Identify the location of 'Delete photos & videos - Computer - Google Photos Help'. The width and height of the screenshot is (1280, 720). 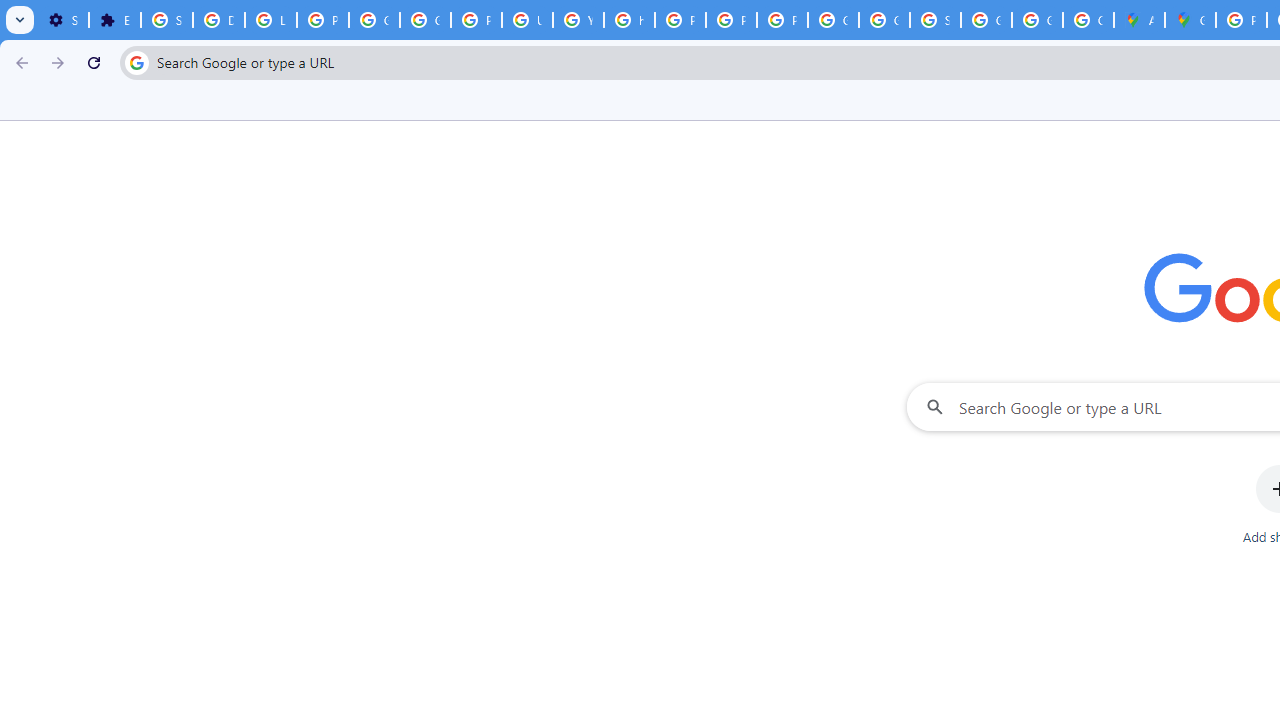
(218, 20).